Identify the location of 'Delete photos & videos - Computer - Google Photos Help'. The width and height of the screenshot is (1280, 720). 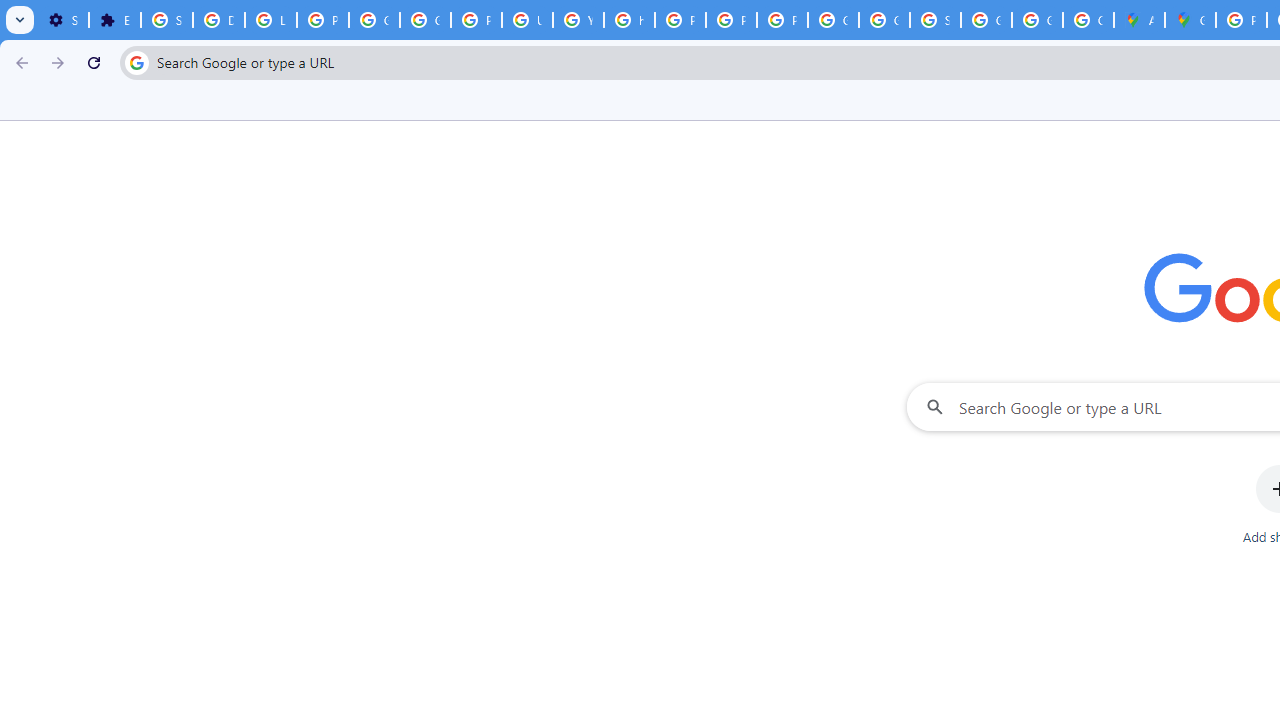
(218, 20).